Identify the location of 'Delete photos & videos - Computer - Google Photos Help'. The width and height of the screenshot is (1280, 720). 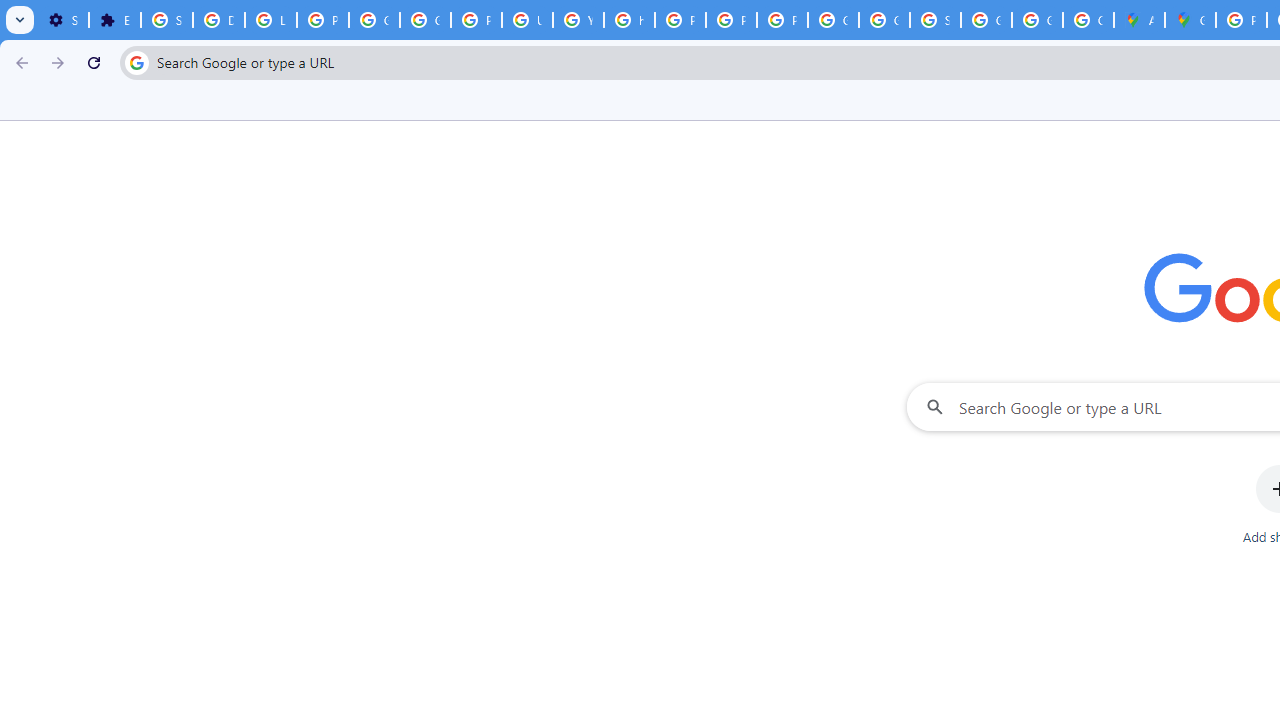
(218, 20).